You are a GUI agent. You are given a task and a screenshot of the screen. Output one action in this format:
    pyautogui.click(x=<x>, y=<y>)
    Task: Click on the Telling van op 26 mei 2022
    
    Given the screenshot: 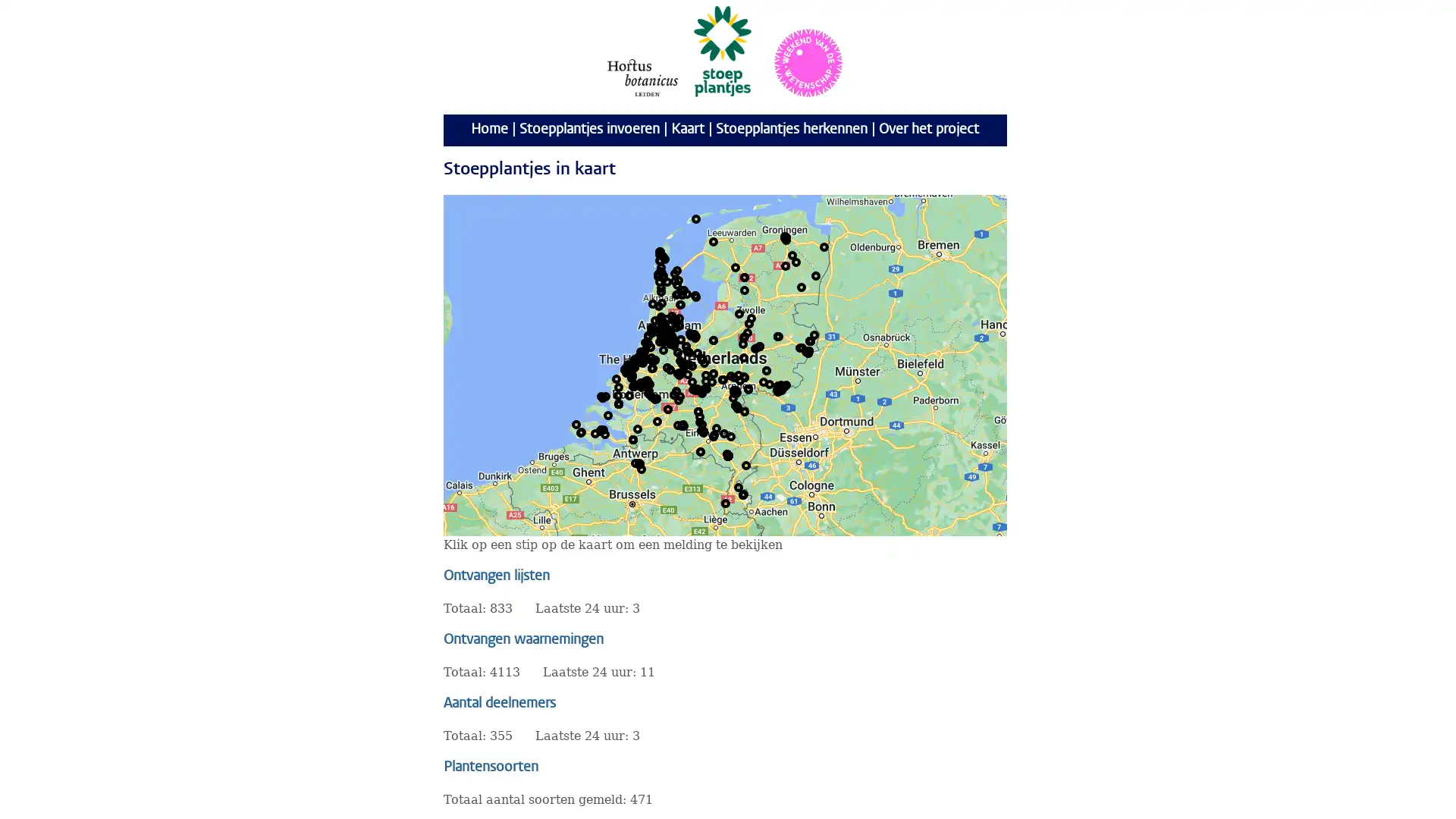 What is the action you would take?
    pyautogui.click(x=634, y=366)
    